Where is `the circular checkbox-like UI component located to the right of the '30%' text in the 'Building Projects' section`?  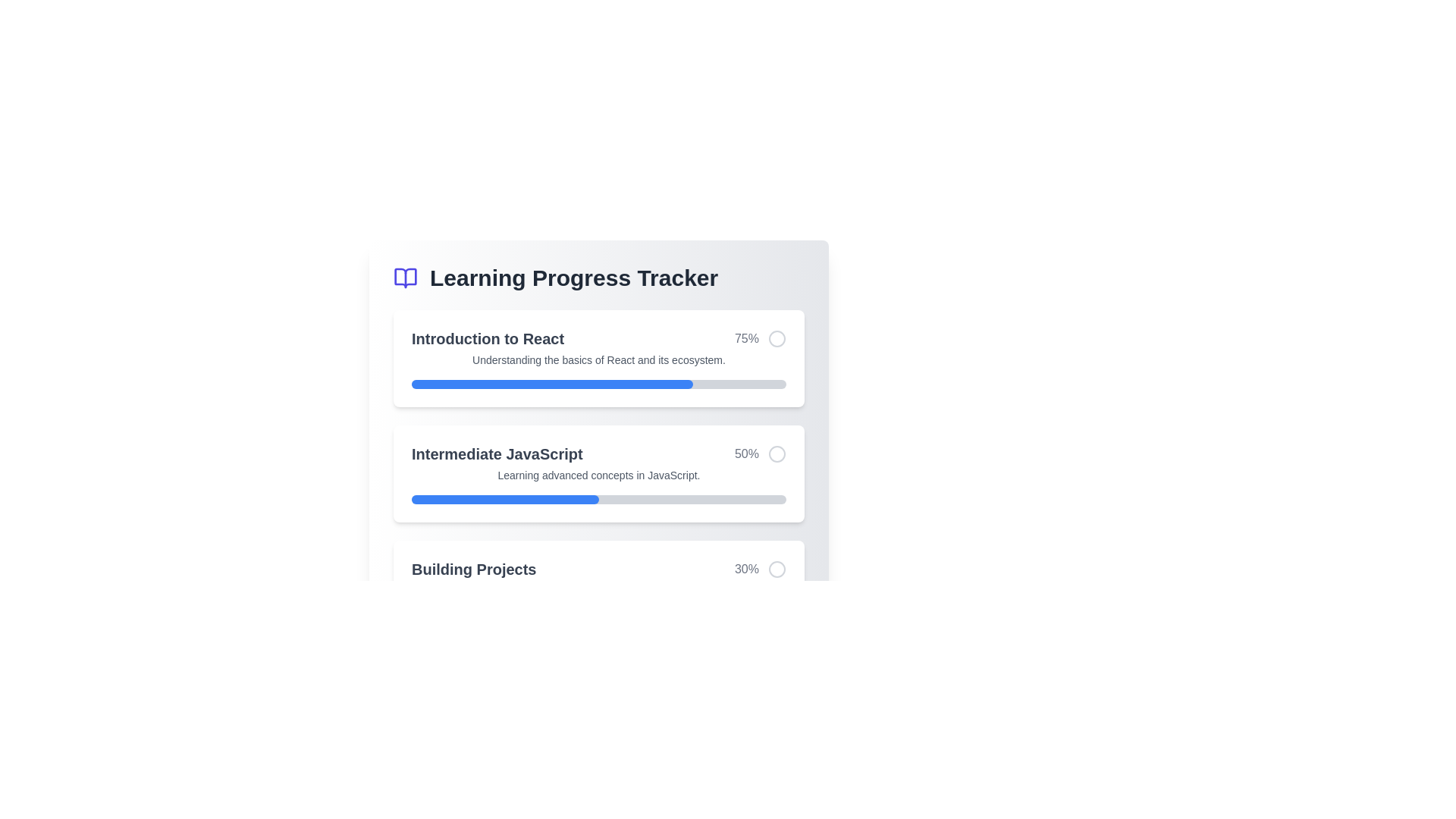
the circular checkbox-like UI component located to the right of the '30%' text in the 'Building Projects' section is located at coordinates (777, 570).